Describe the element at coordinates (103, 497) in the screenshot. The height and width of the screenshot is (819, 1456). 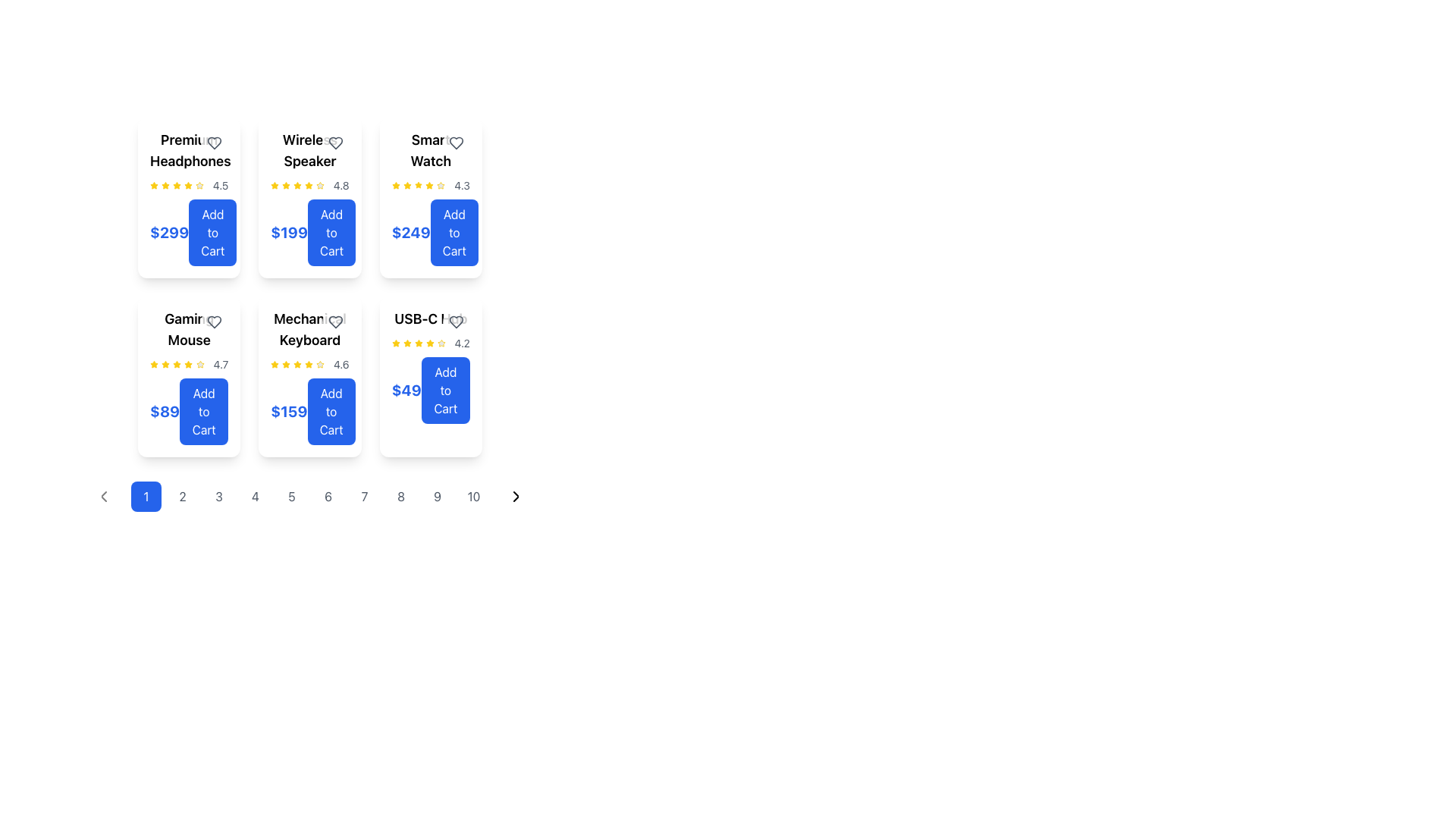
I see `the leftward chevron icon that navigates to the previous page in the paginated view` at that location.